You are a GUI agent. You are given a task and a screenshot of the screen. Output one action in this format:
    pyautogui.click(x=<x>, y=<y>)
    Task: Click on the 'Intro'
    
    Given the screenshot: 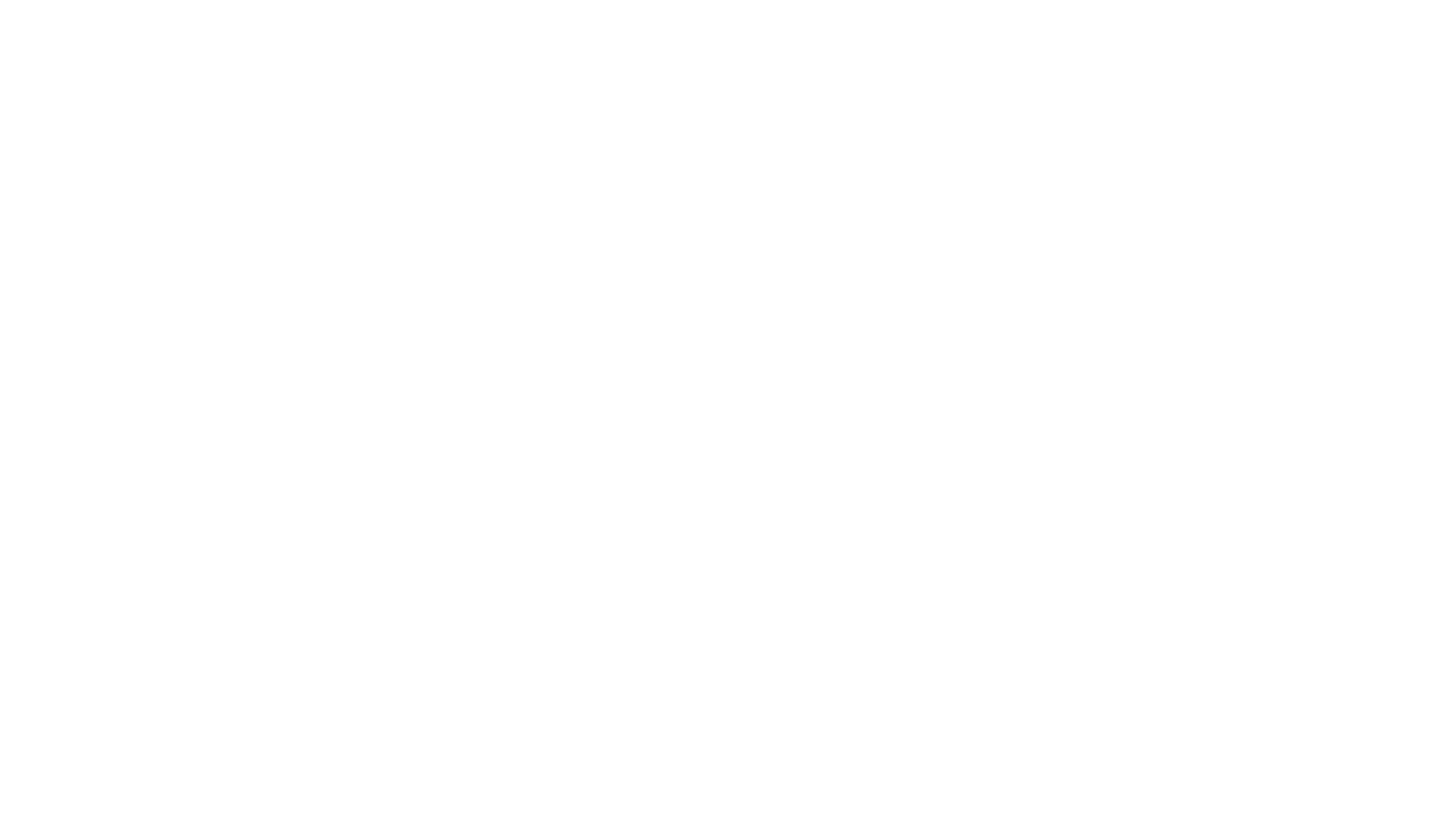 What is the action you would take?
    pyautogui.click(x=54, y=253)
    